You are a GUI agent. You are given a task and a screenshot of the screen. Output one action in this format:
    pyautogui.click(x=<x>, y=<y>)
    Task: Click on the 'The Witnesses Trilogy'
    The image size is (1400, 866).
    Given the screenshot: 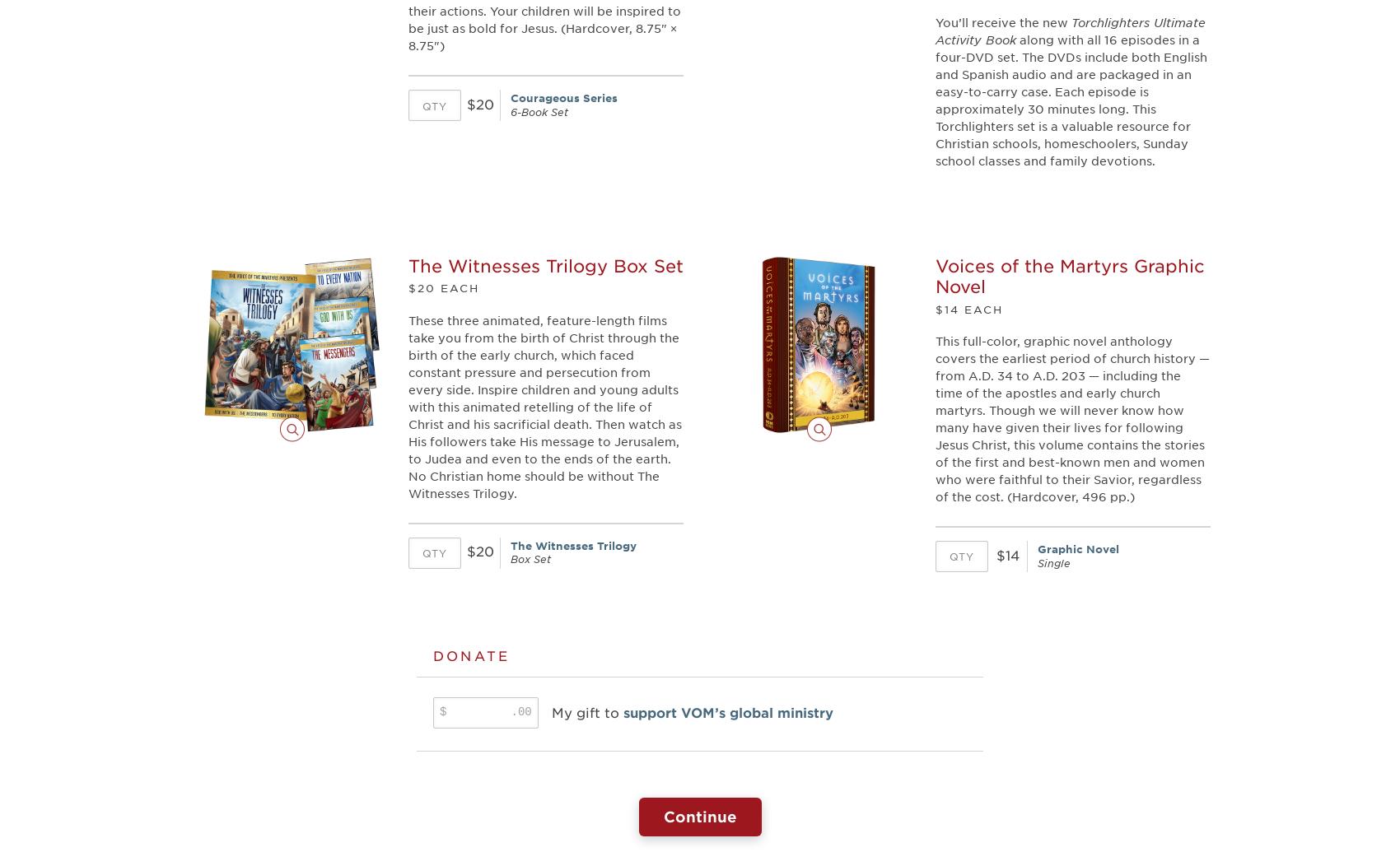 What is the action you would take?
    pyautogui.click(x=573, y=544)
    